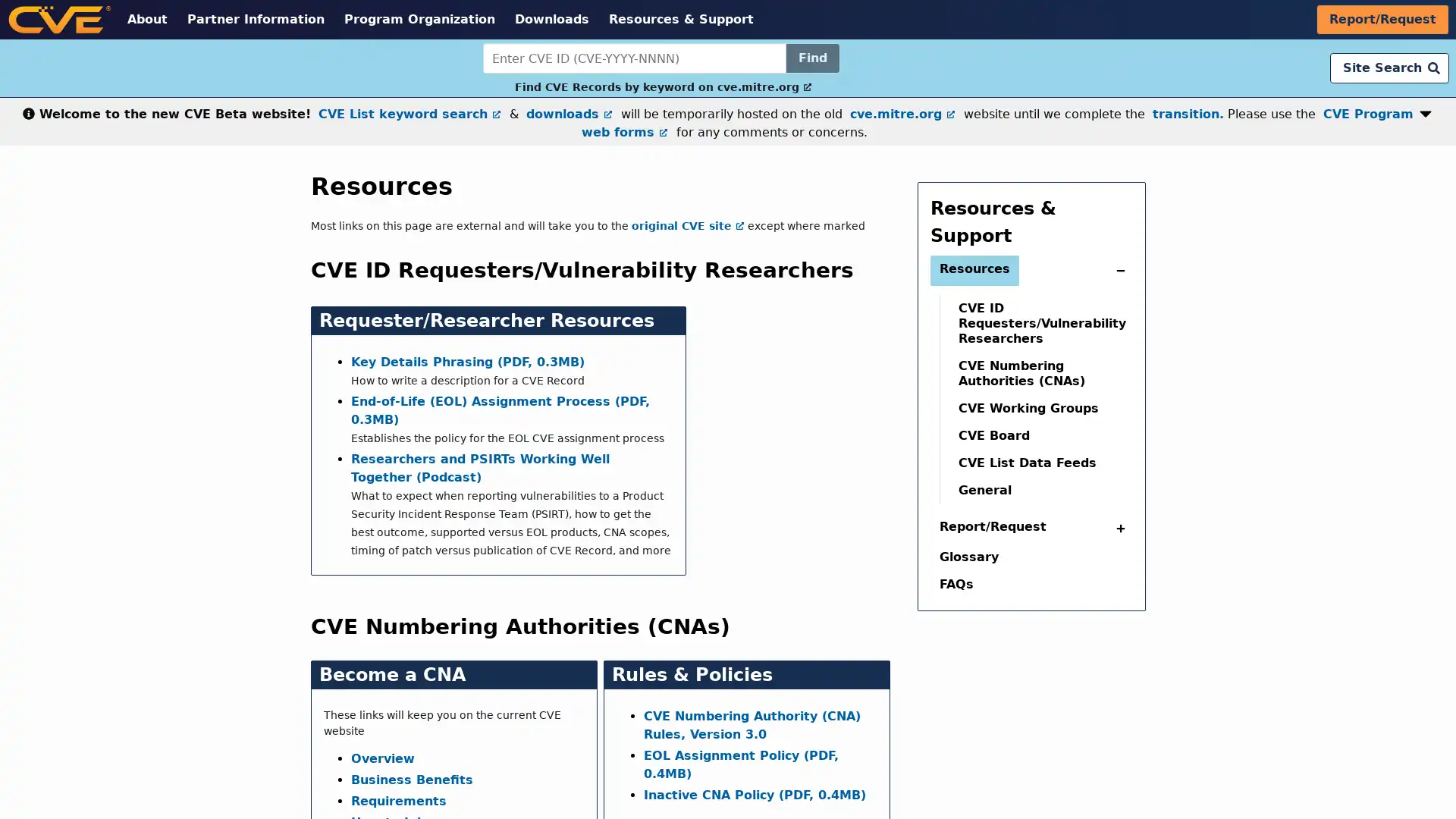 The height and width of the screenshot is (819, 1456). What do you see at coordinates (1117, 528) in the screenshot?
I see `collapse` at bounding box center [1117, 528].